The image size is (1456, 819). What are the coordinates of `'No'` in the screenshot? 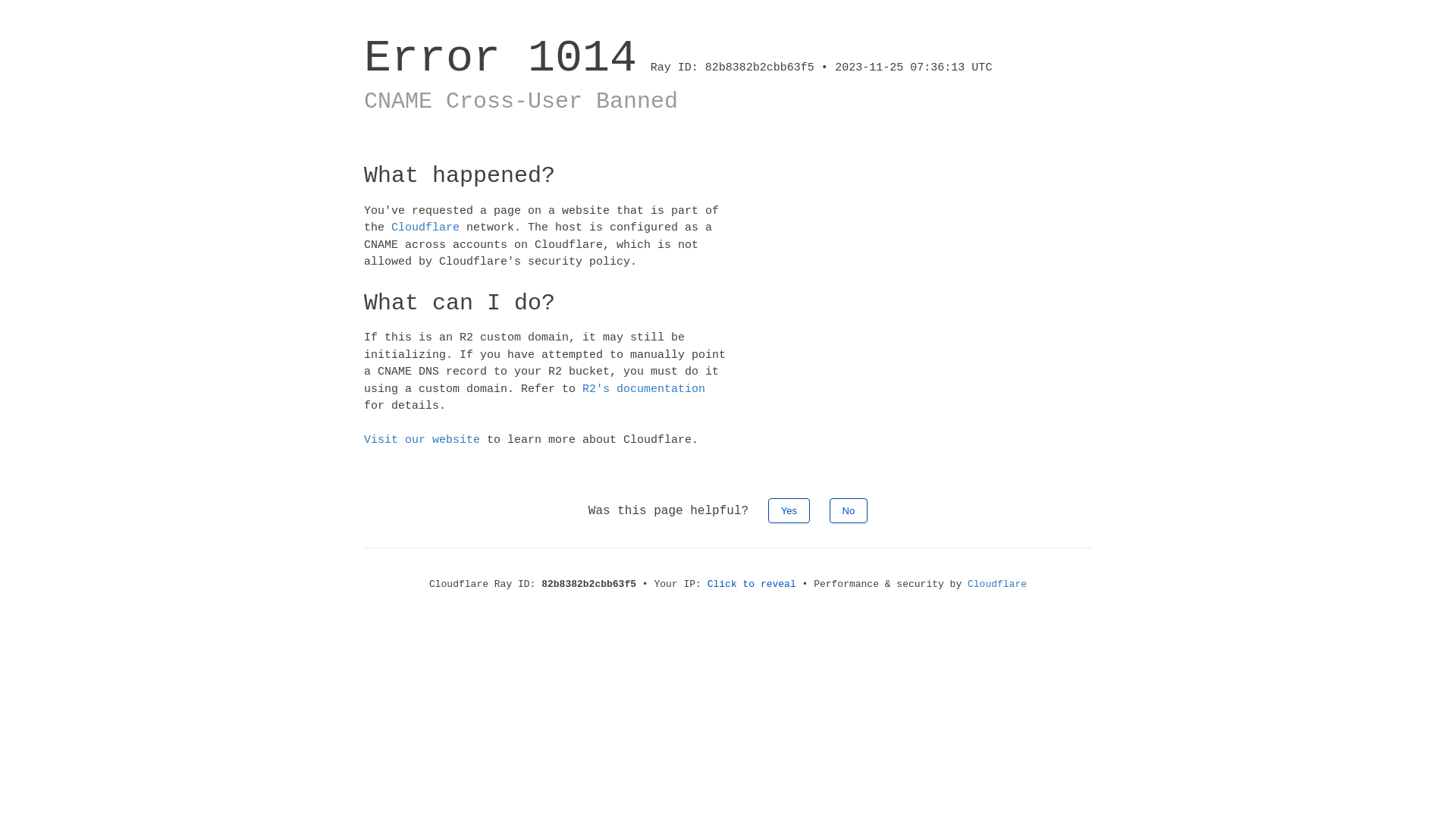 It's located at (829, 510).